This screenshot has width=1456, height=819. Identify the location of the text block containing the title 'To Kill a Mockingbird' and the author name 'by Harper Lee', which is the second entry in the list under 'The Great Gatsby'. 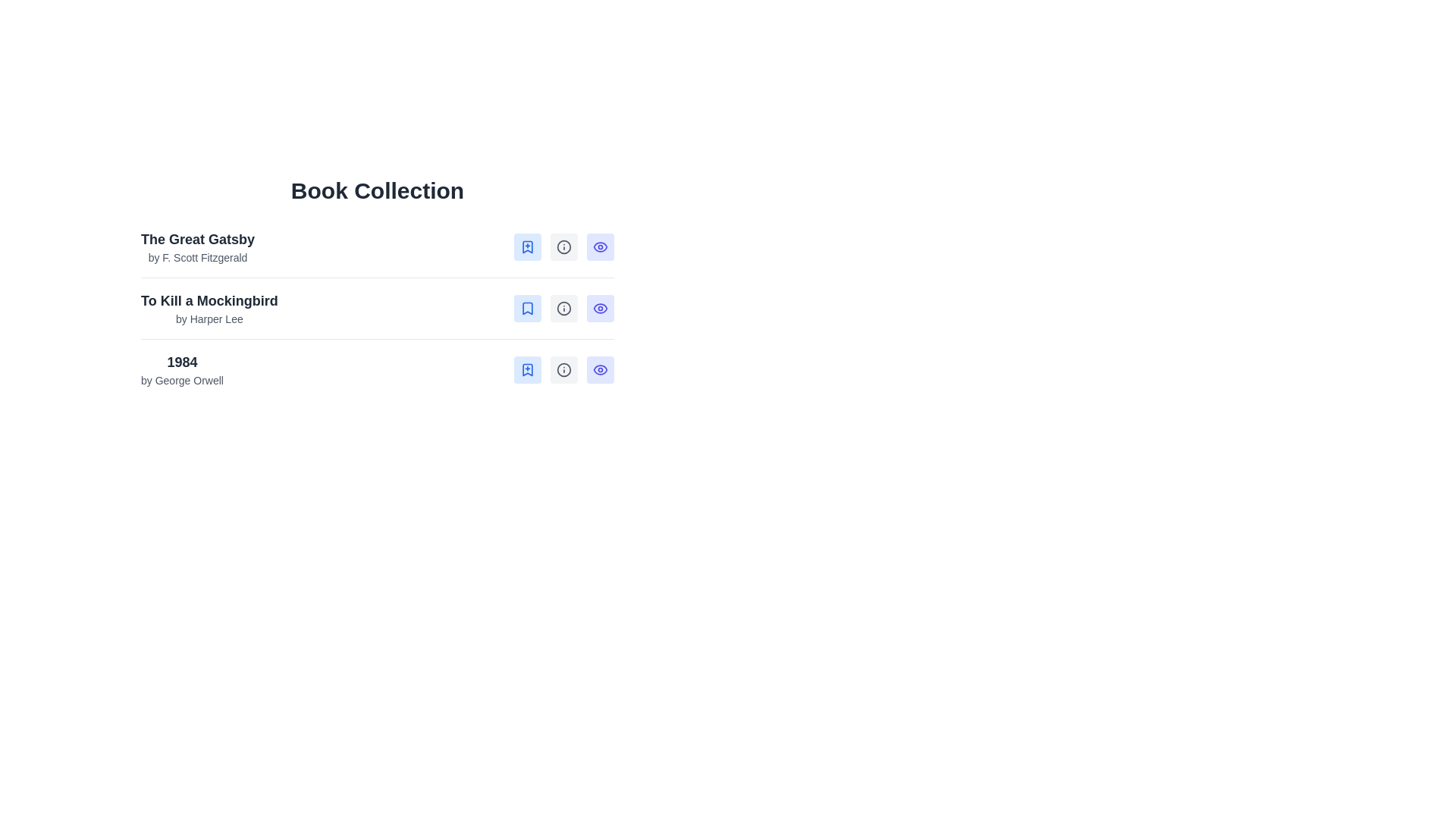
(209, 308).